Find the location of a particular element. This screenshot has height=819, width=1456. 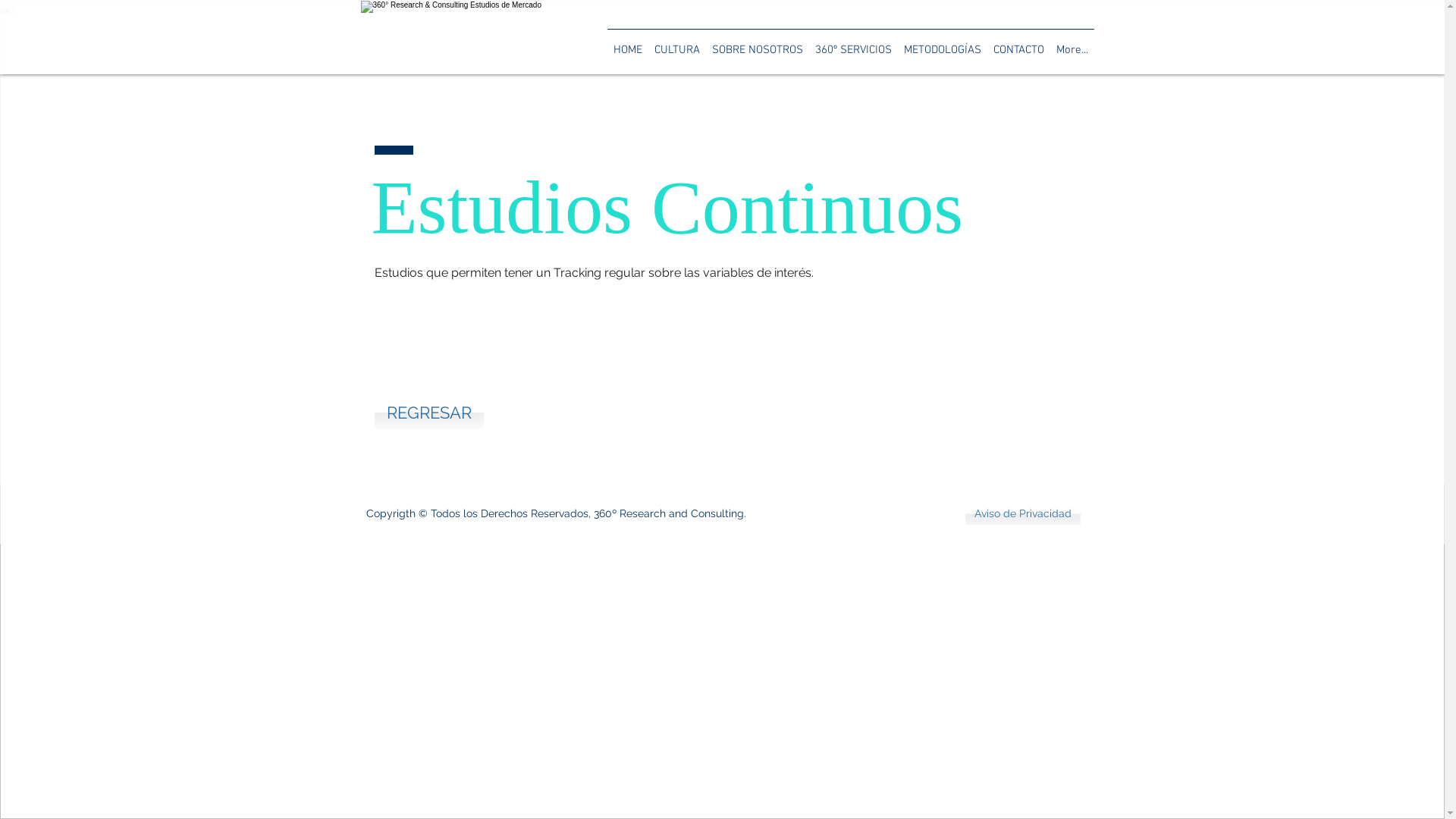

'REGRESAR' is located at coordinates (428, 412).